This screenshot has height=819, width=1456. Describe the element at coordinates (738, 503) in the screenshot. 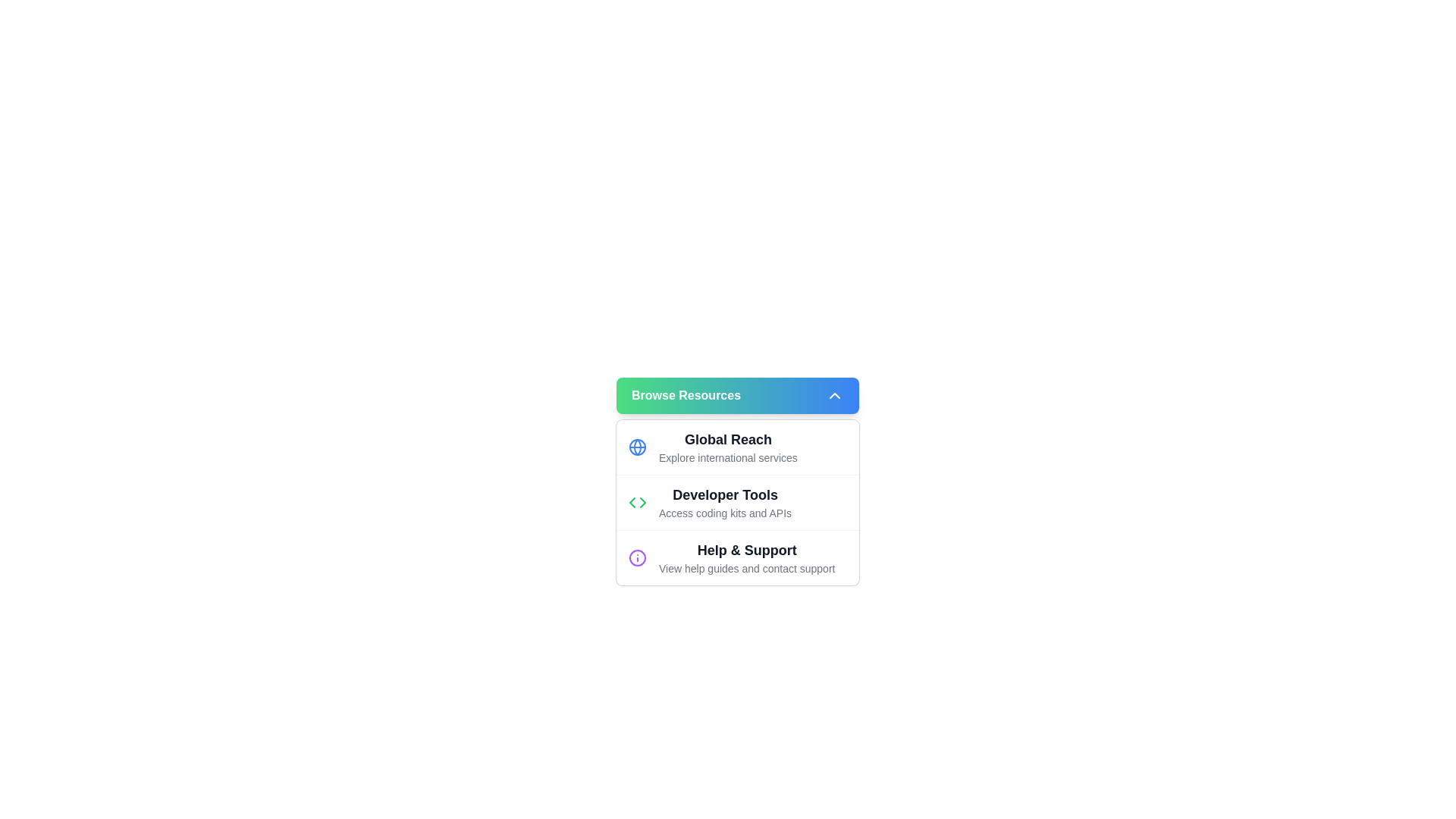

I see `the 'Developer Tools' dropdown menu item, which is the second item in the list, featuring an icon of angled brackets in green and located within the 'Browse Resources' component` at that location.